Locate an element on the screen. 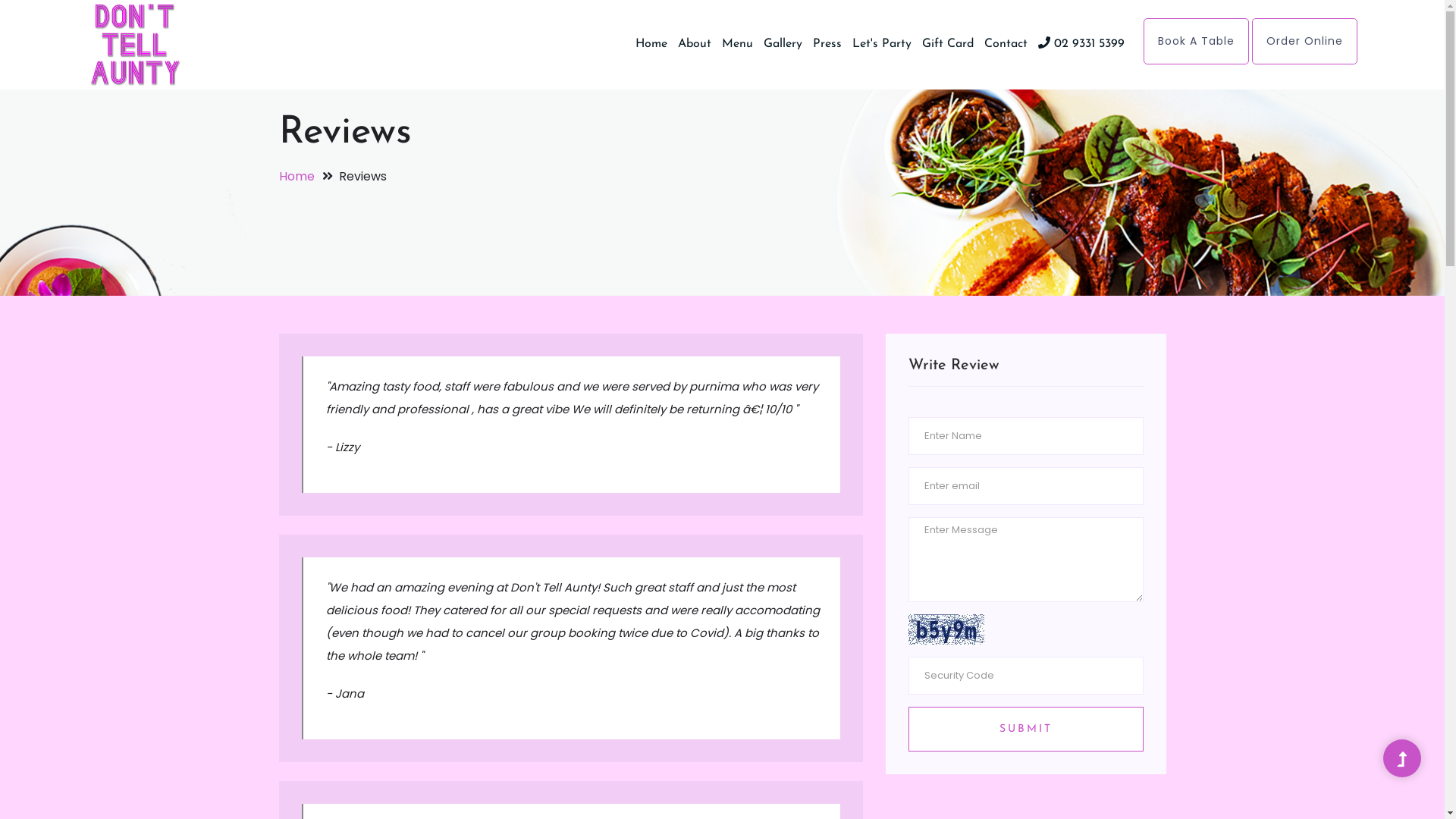  'Home' is located at coordinates (651, 42).